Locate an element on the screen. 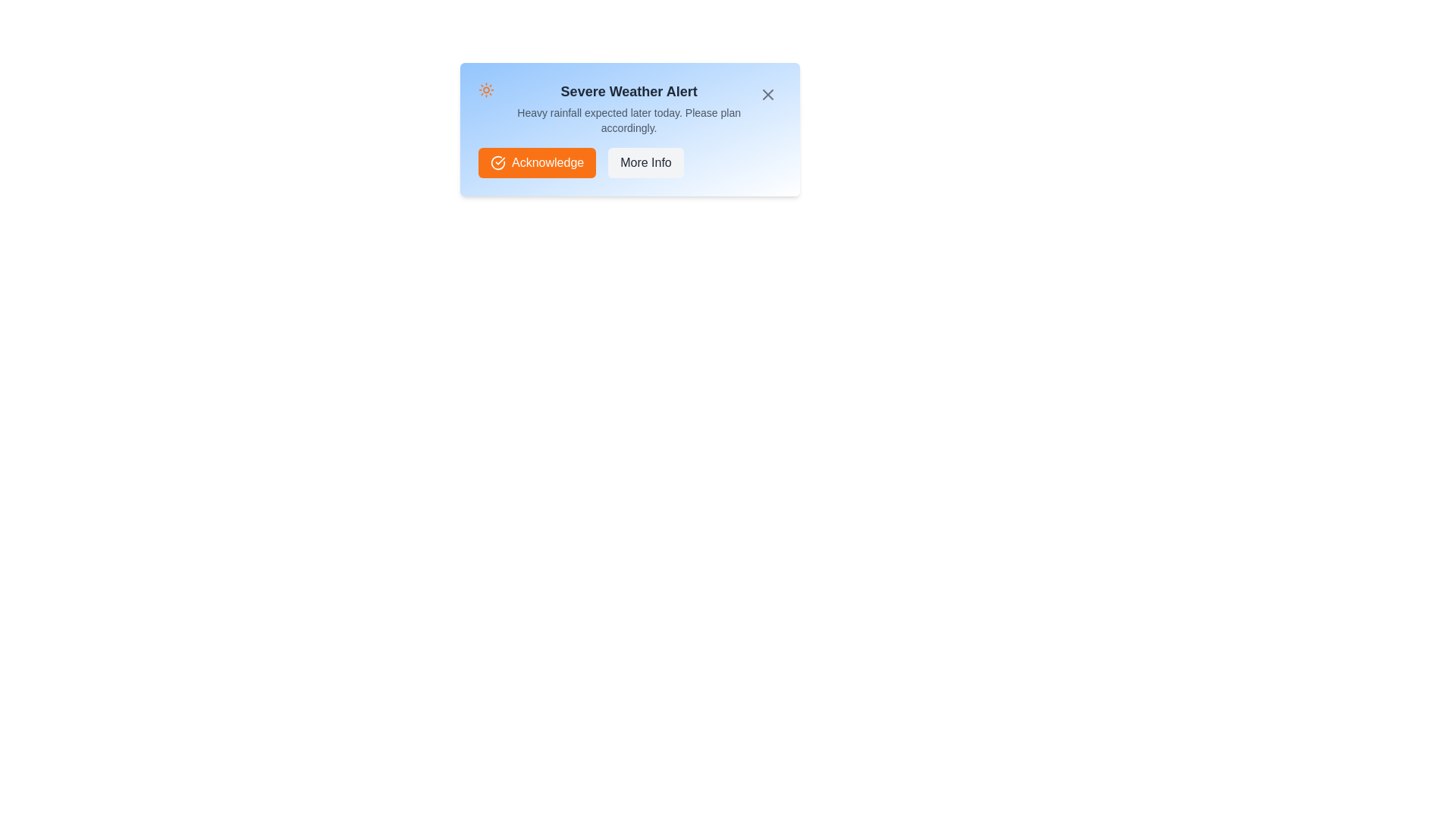 This screenshot has height=819, width=1456. the 'More Info' button to view additional details about the alert is located at coordinates (645, 163).